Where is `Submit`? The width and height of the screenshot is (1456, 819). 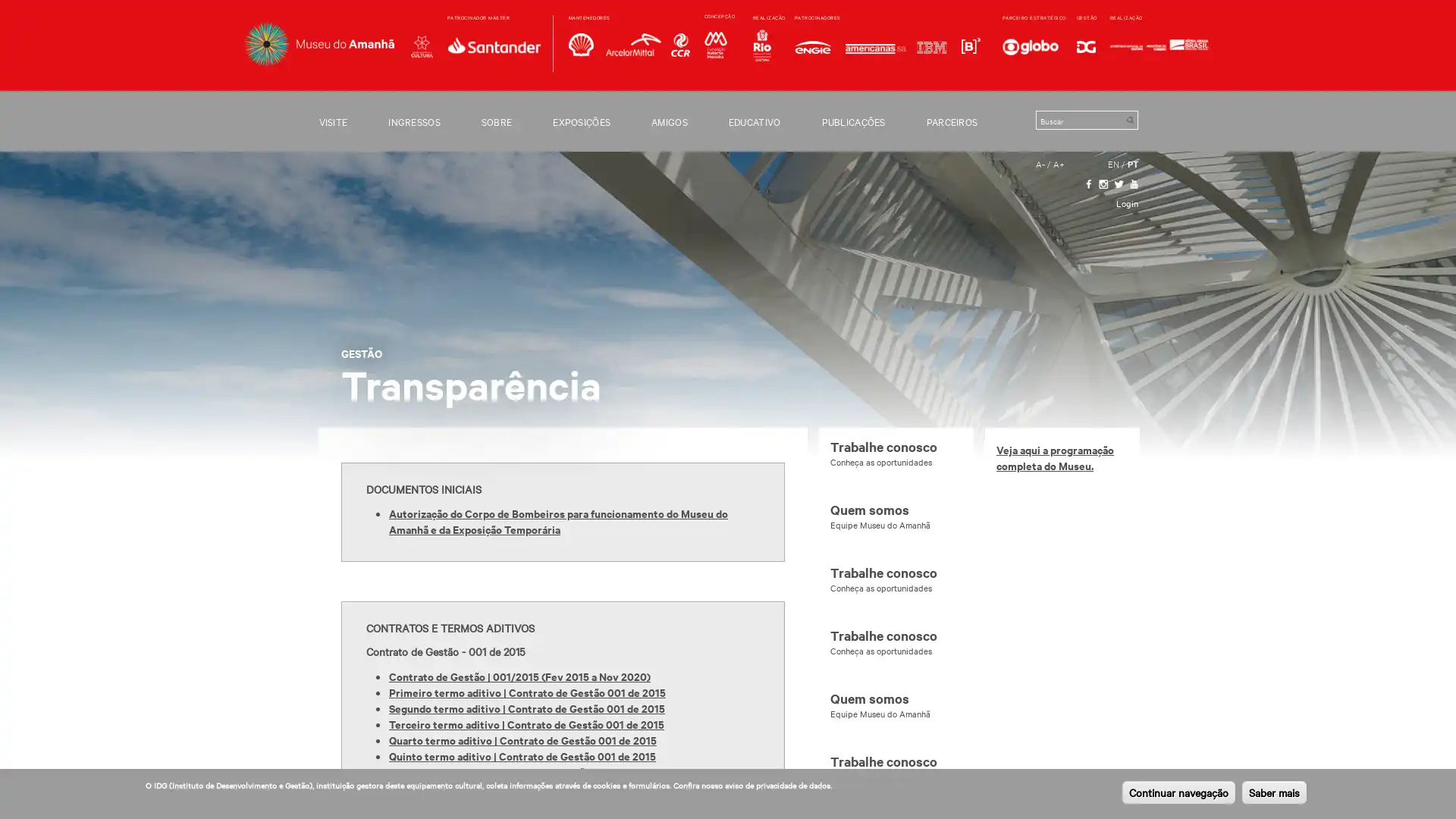
Submit is located at coordinates (1129, 119).